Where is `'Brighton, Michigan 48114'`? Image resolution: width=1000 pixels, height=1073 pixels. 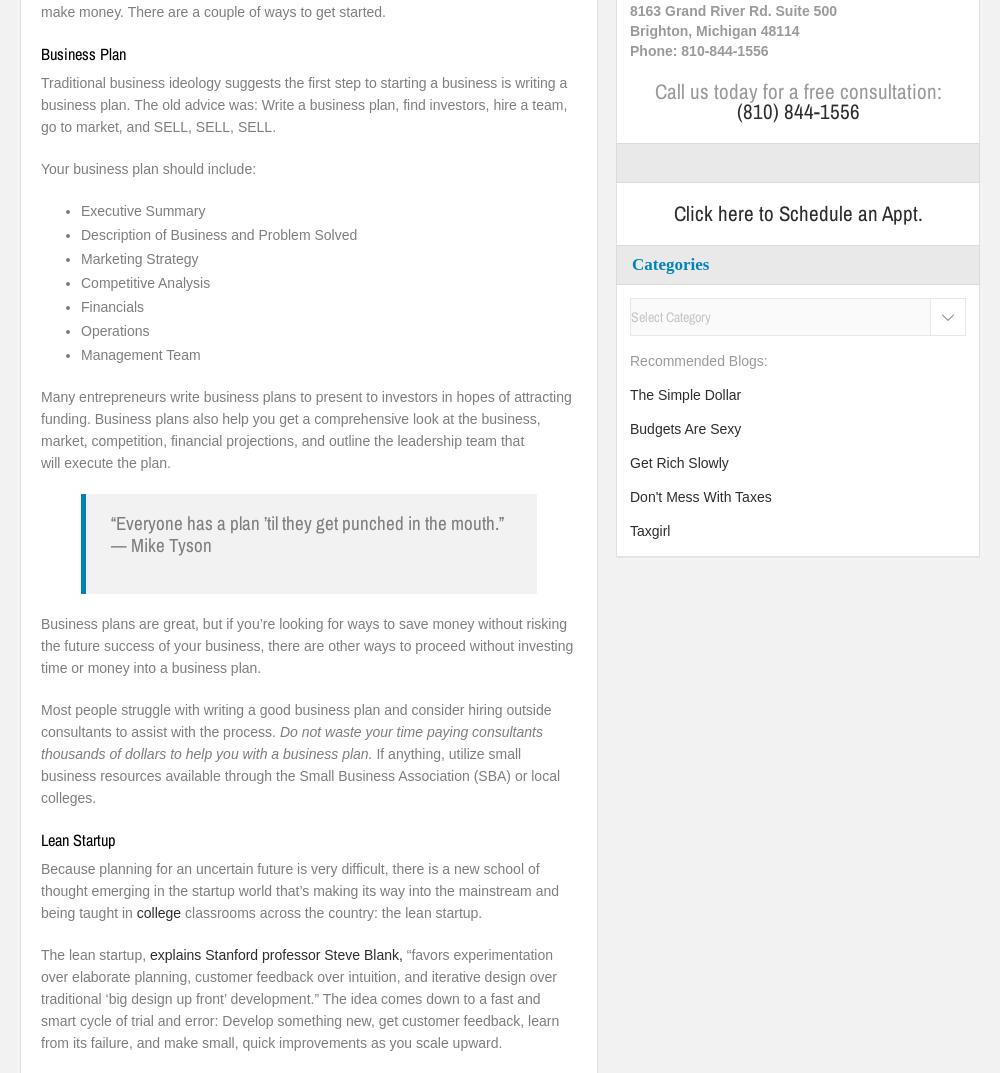
'Brighton, Michigan 48114' is located at coordinates (630, 30).